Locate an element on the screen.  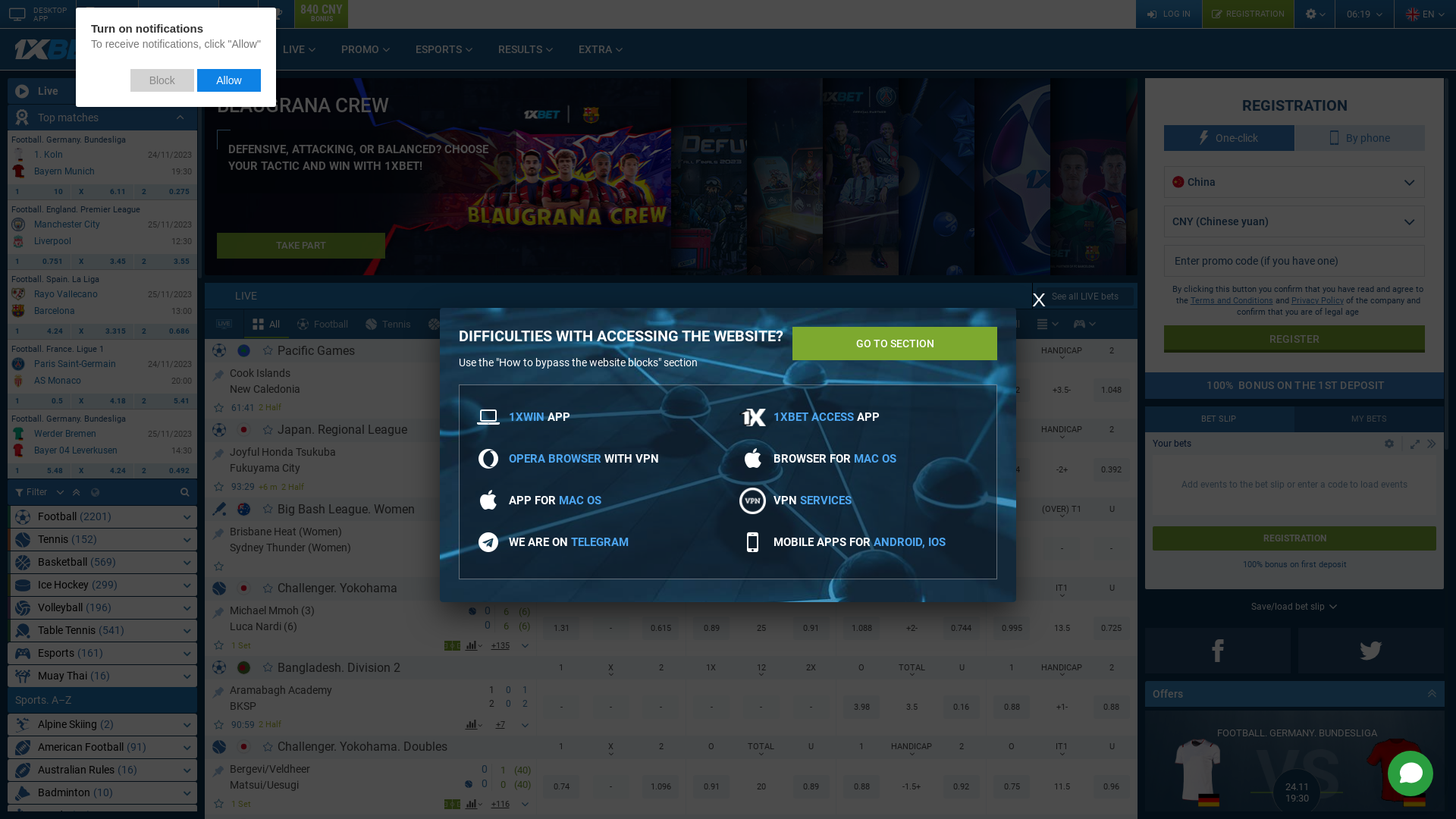
'Pin left-hand menu' is located at coordinates (185, 90).